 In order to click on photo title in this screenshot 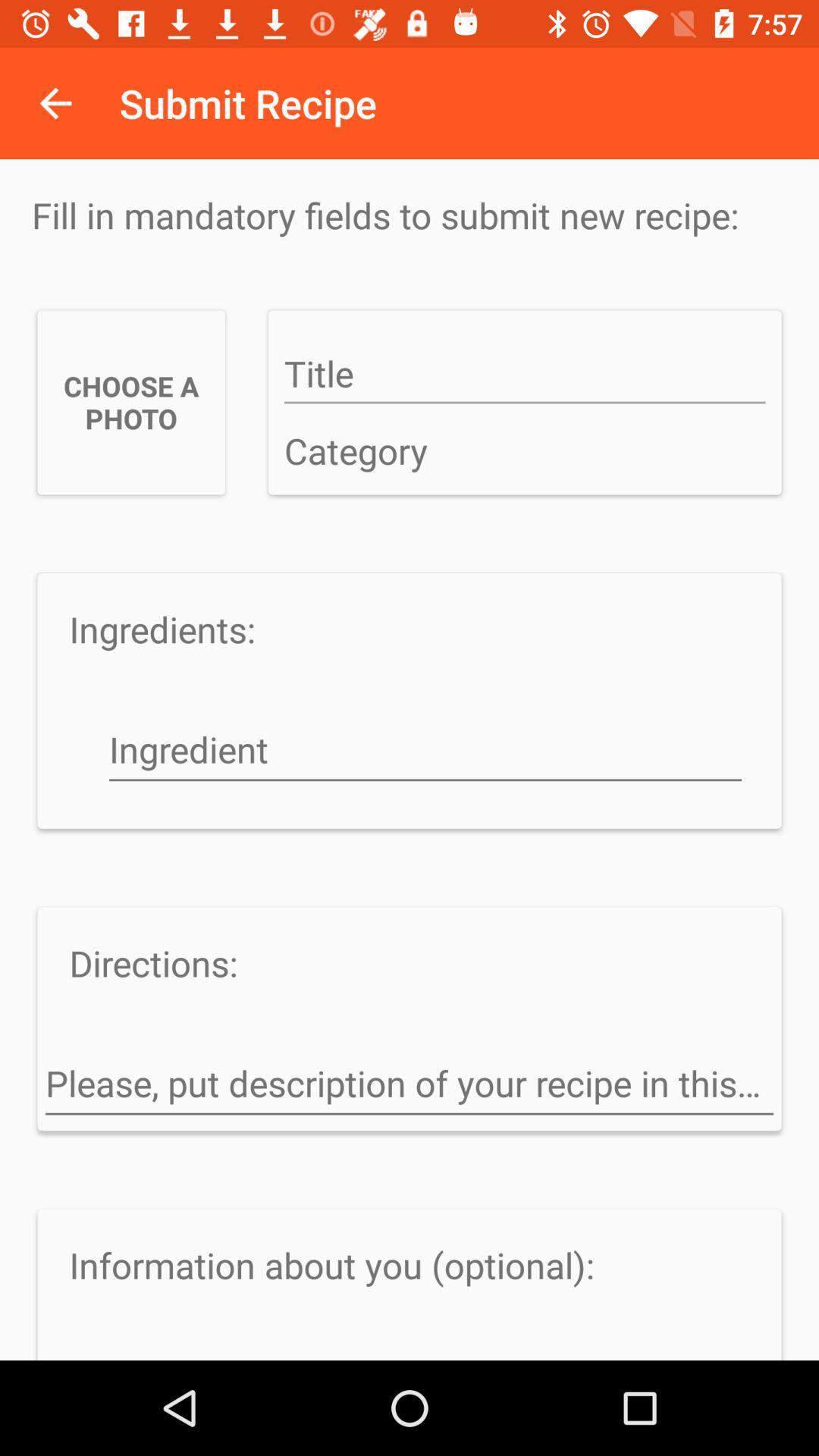, I will do `click(524, 375)`.